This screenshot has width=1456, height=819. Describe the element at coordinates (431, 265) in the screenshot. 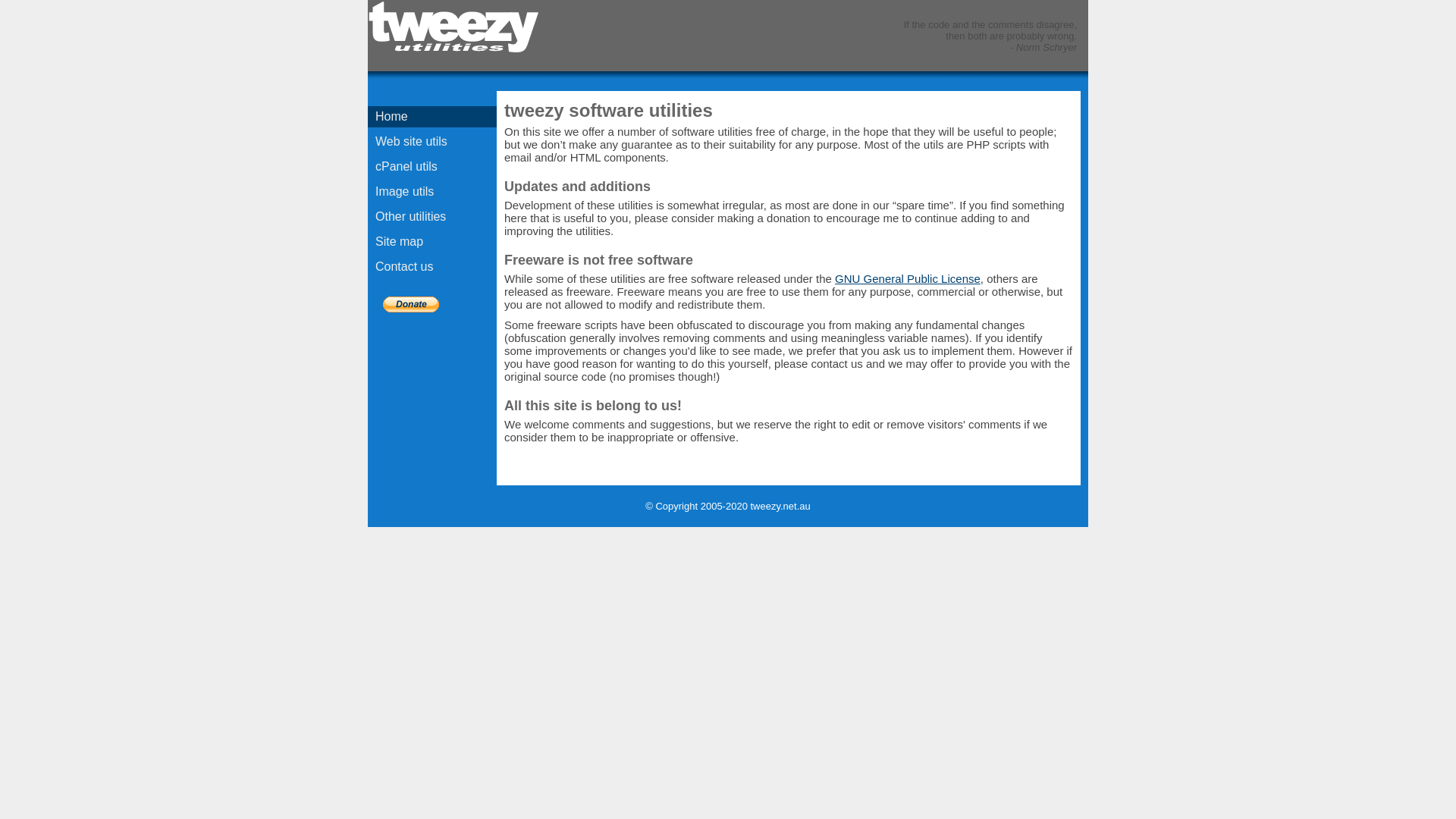

I see `'Contact us'` at that location.